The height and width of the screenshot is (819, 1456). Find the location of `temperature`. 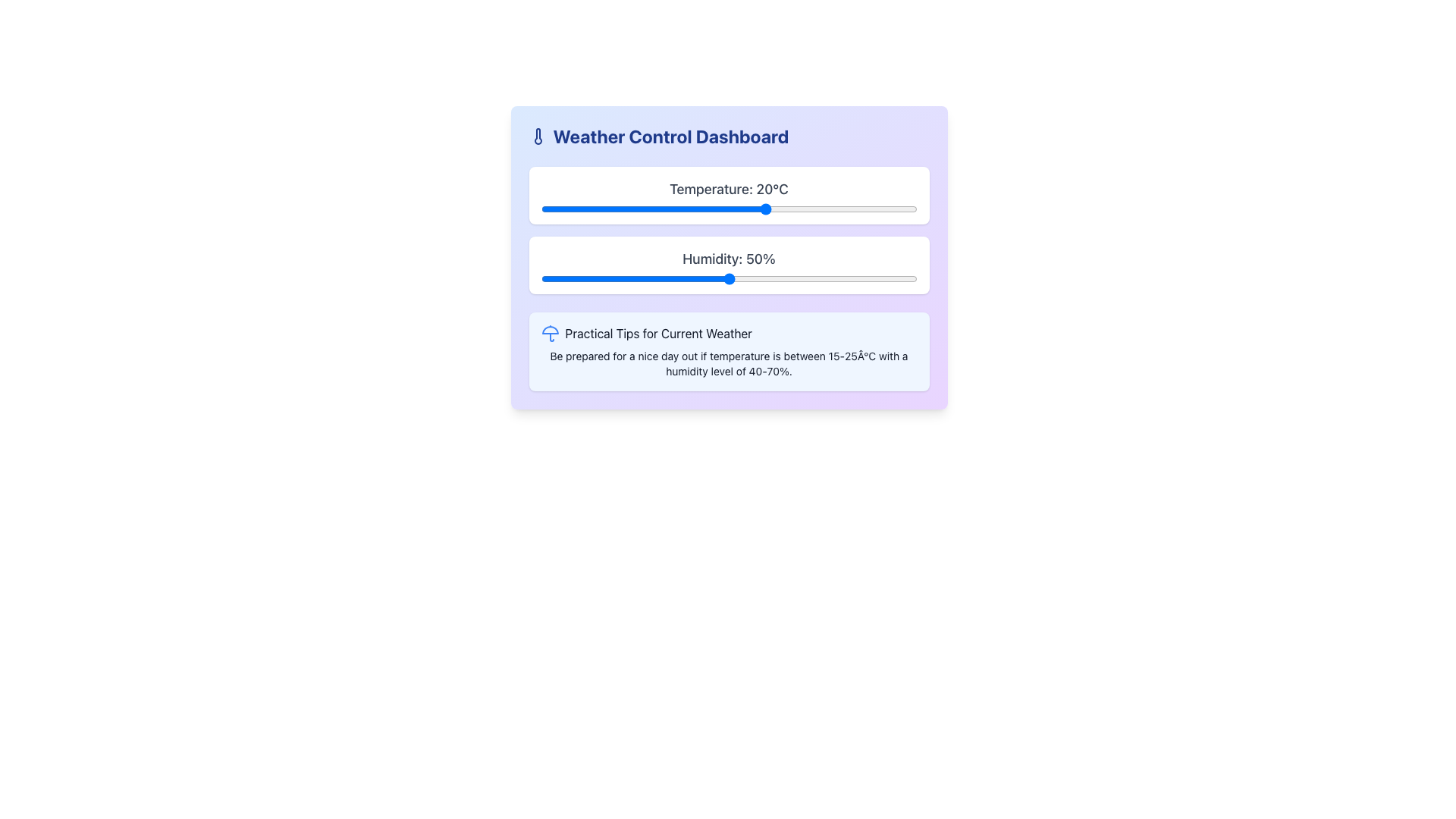

temperature is located at coordinates (698, 209).